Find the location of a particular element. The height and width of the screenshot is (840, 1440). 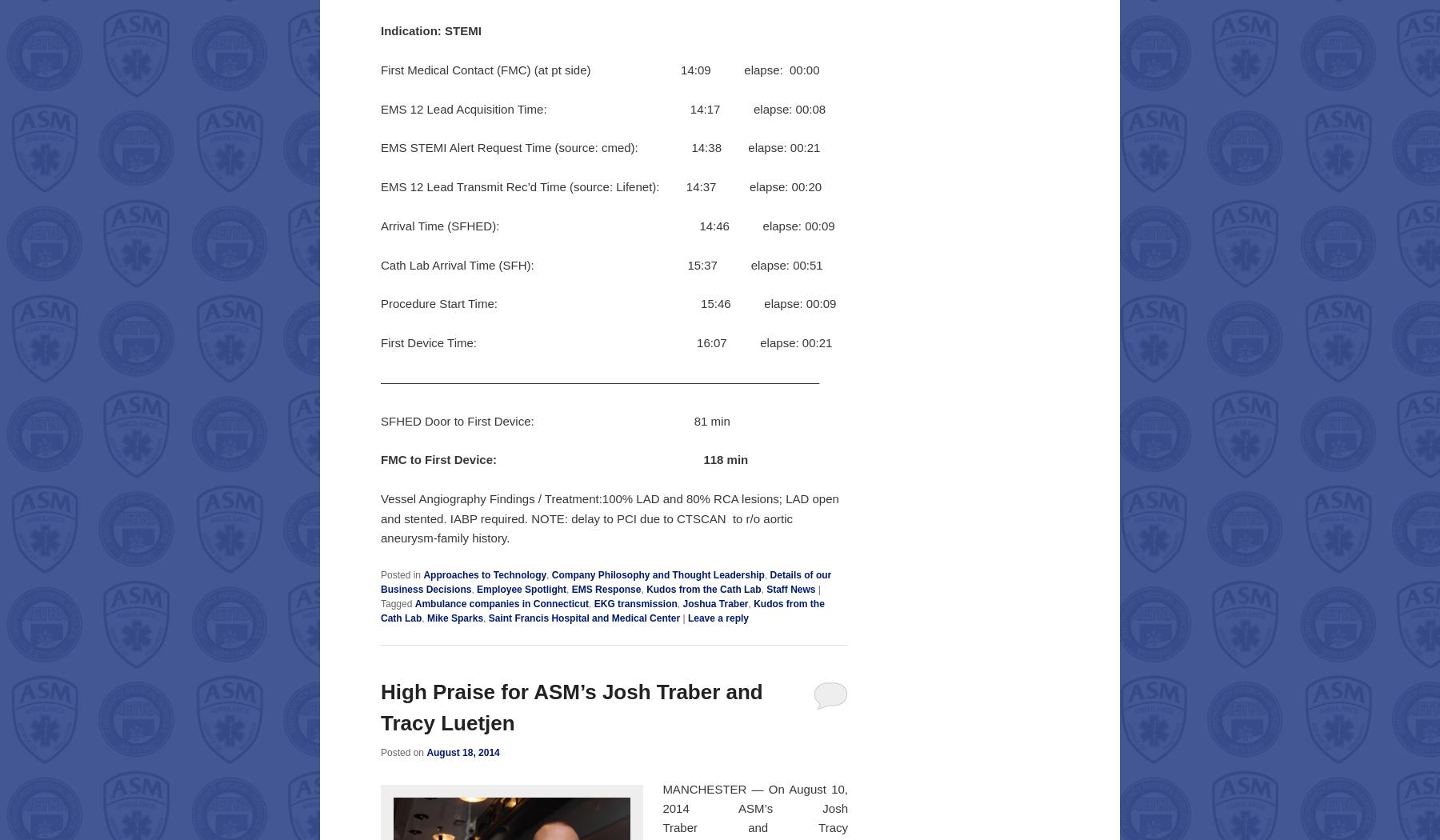

'Arrival Time (SFHED):                                                            14:46          elapse: 00:09' is located at coordinates (606, 224).